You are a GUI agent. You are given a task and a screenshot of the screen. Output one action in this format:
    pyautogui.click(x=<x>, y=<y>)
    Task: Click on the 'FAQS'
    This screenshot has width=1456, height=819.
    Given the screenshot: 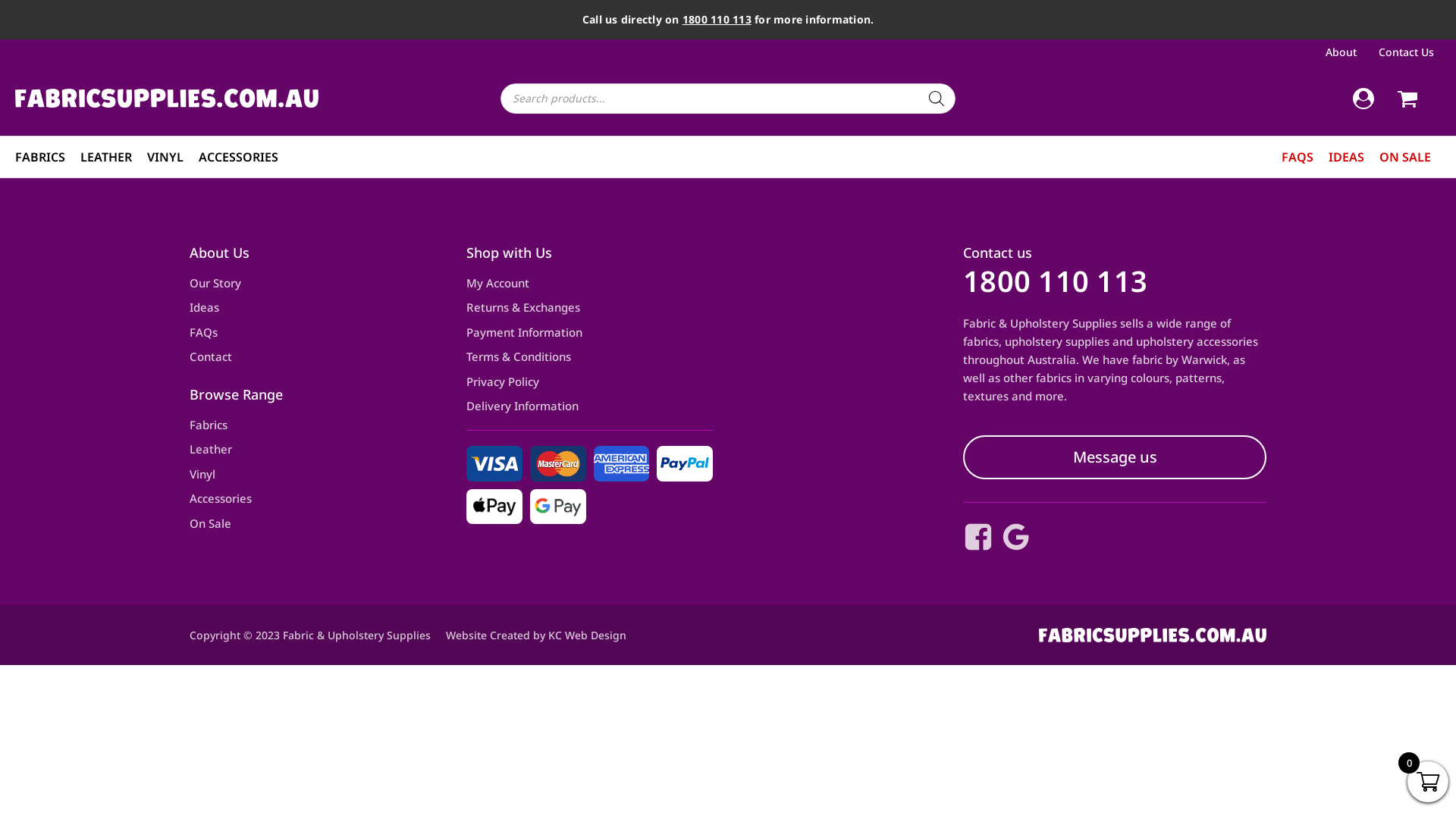 What is the action you would take?
    pyautogui.click(x=1296, y=157)
    